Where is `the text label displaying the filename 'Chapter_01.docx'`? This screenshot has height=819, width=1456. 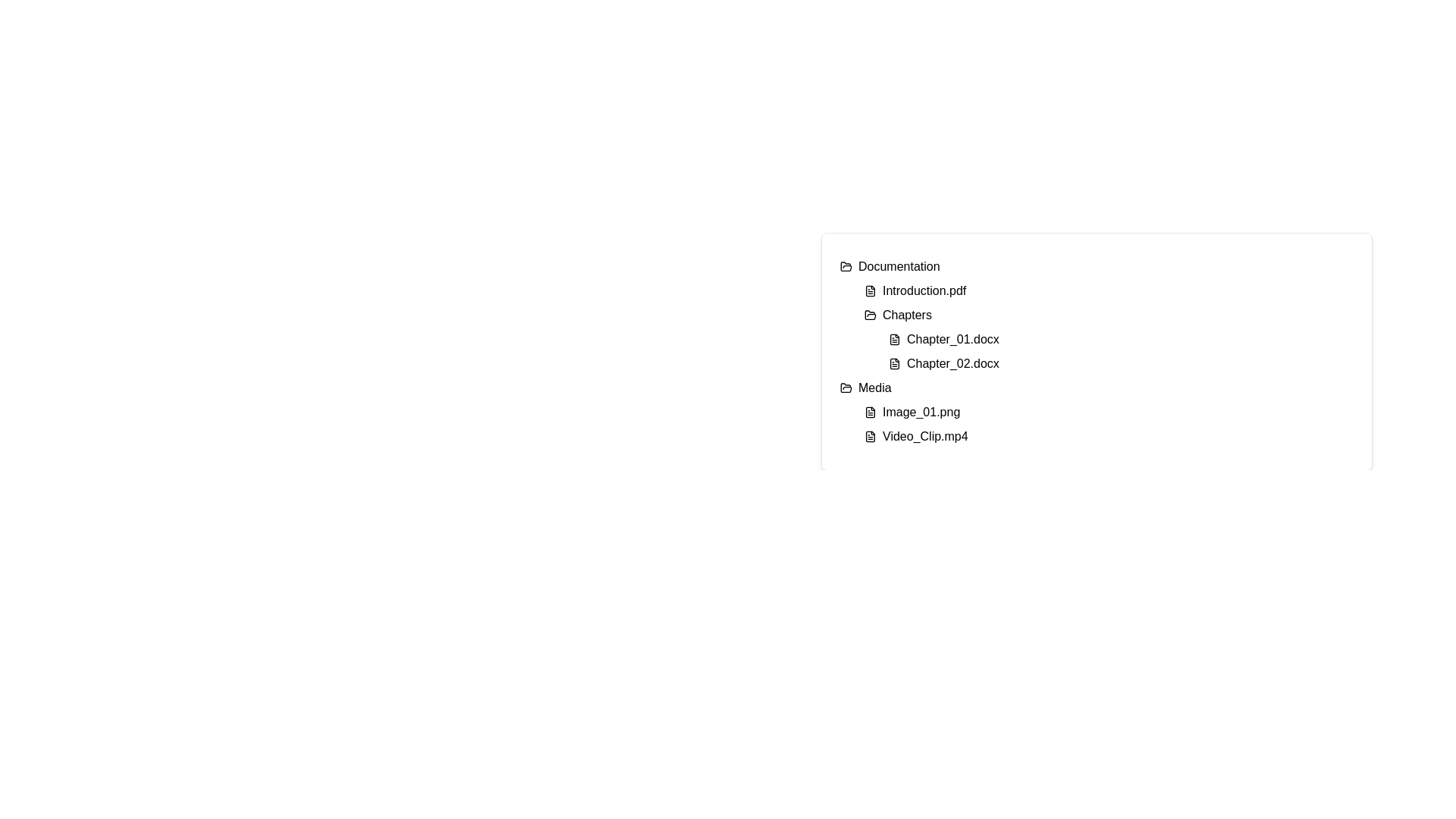
the text label displaying the filename 'Chapter_01.docx' is located at coordinates (952, 338).